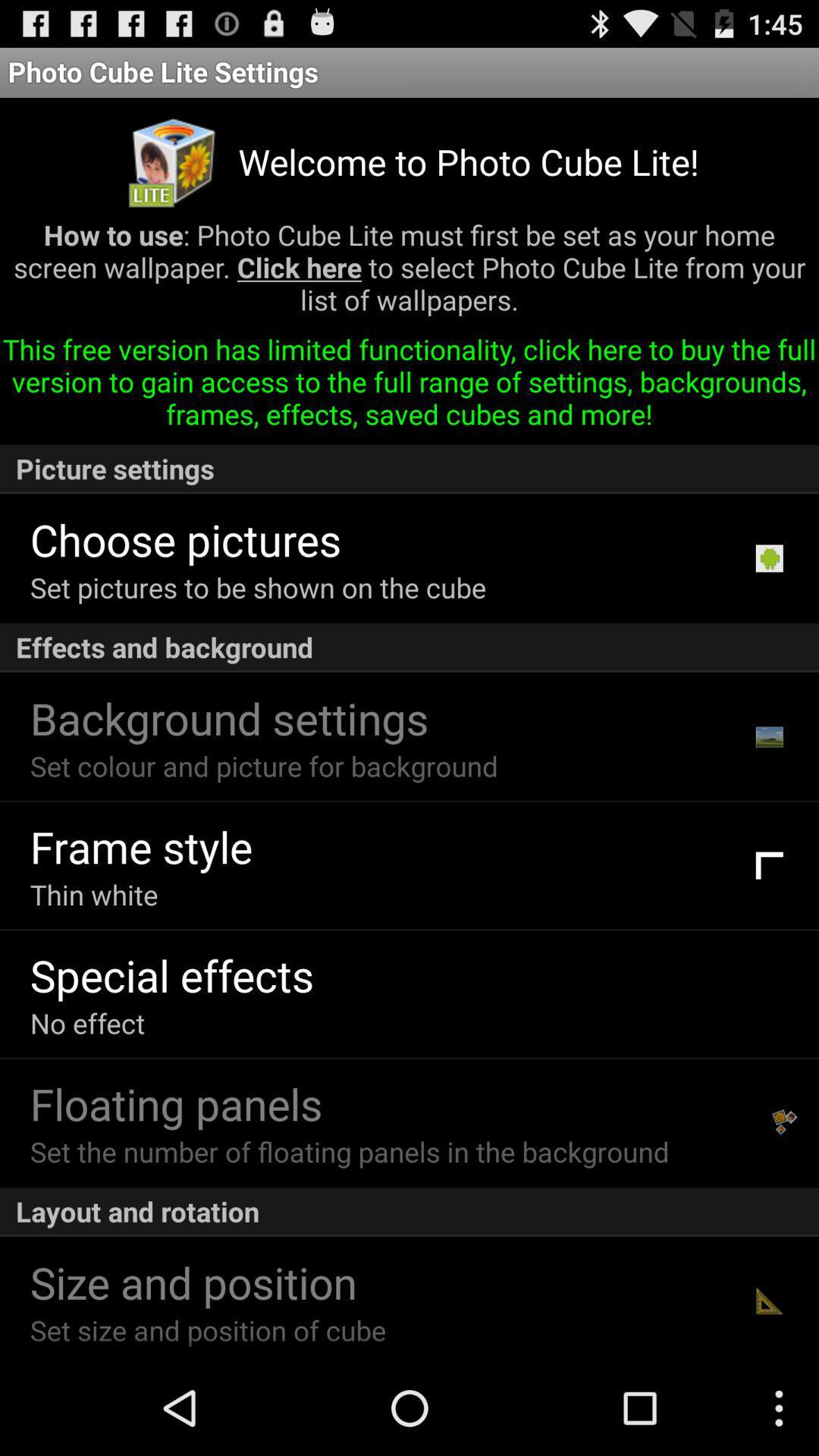  Describe the element at coordinates (769, 557) in the screenshot. I see `the item to the right of the set pictures to` at that location.